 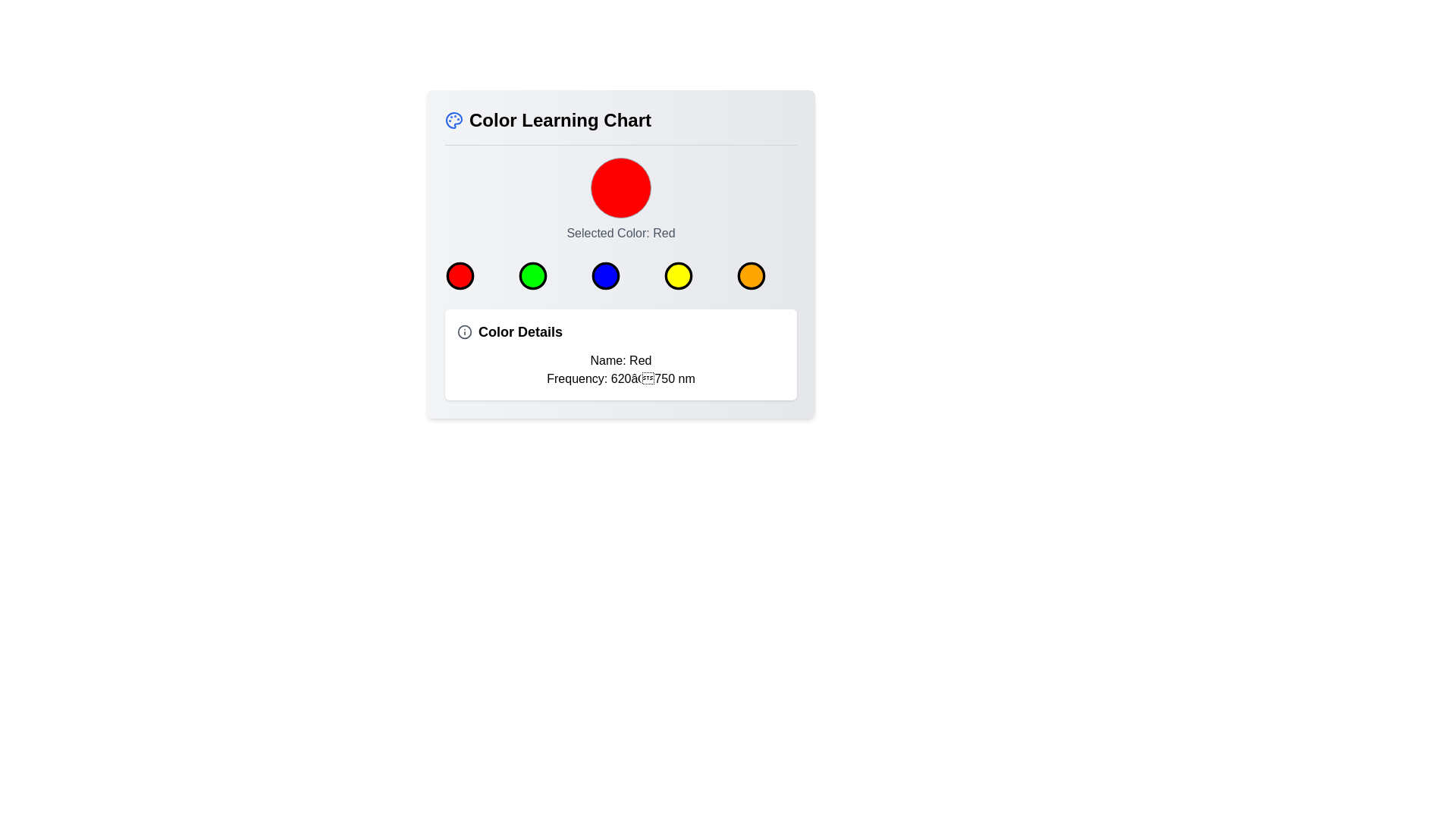 I want to click on the fourth circular color indicator icon with a blue fill and black border, so click(x=604, y=275).